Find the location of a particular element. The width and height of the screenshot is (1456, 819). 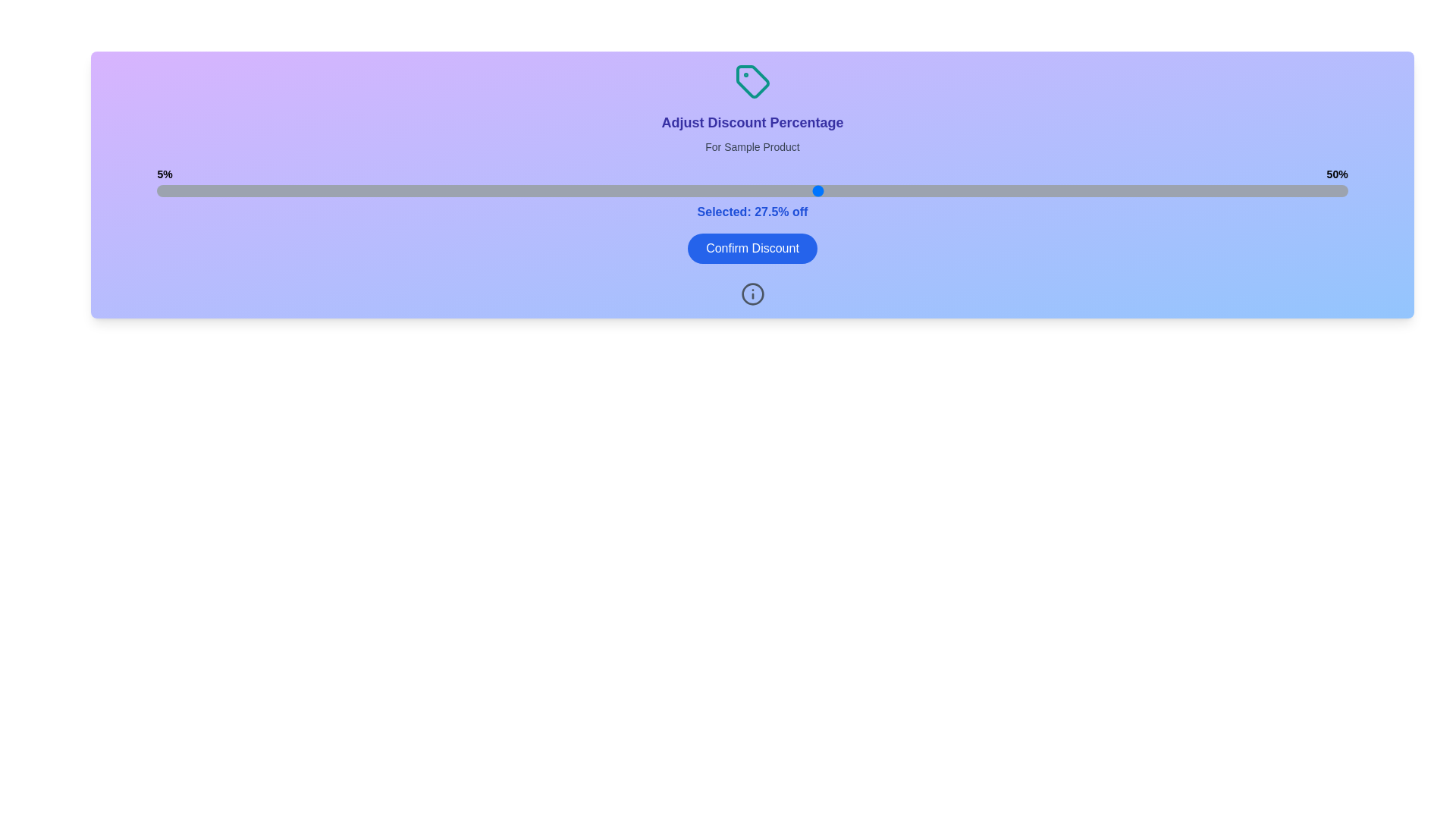

the text label that says 'For Sample Product,' which is styled with a light gray font and positioned centrally beneath the 'Adjust Discount Percentage' heading is located at coordinates (752, 146).